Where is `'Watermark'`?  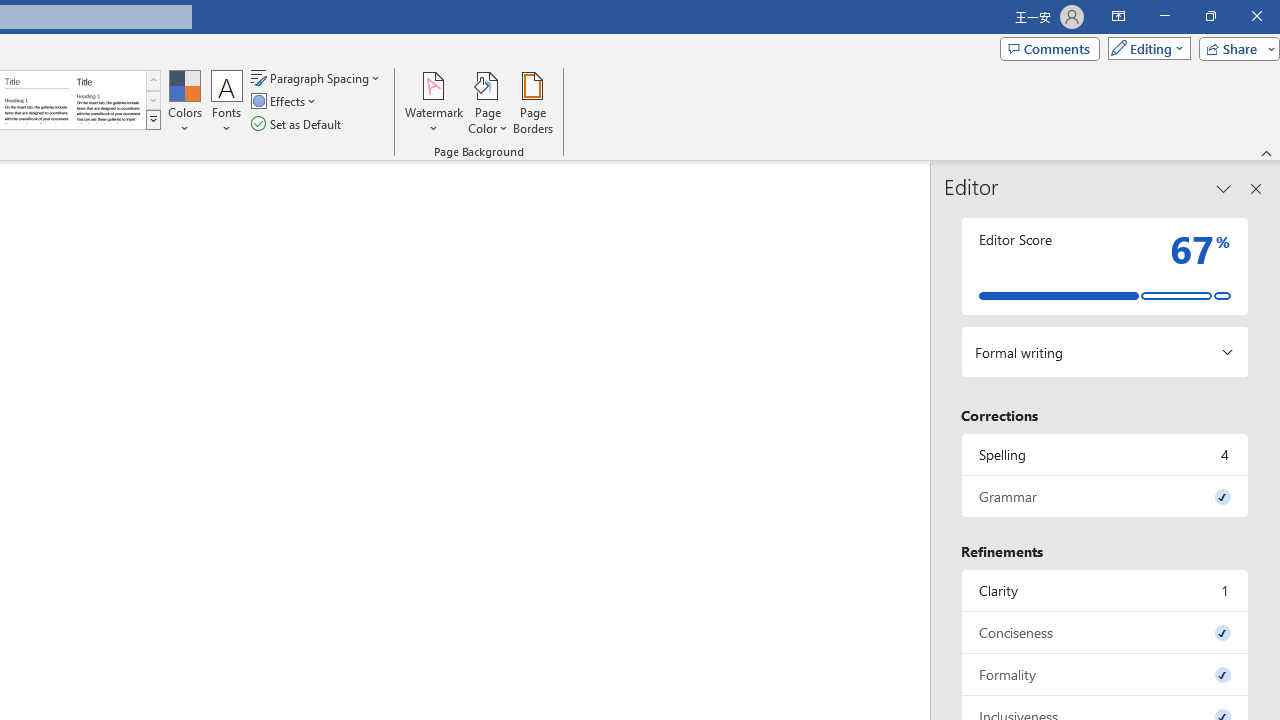
'Watermark' is located at coordinates (433, 103).